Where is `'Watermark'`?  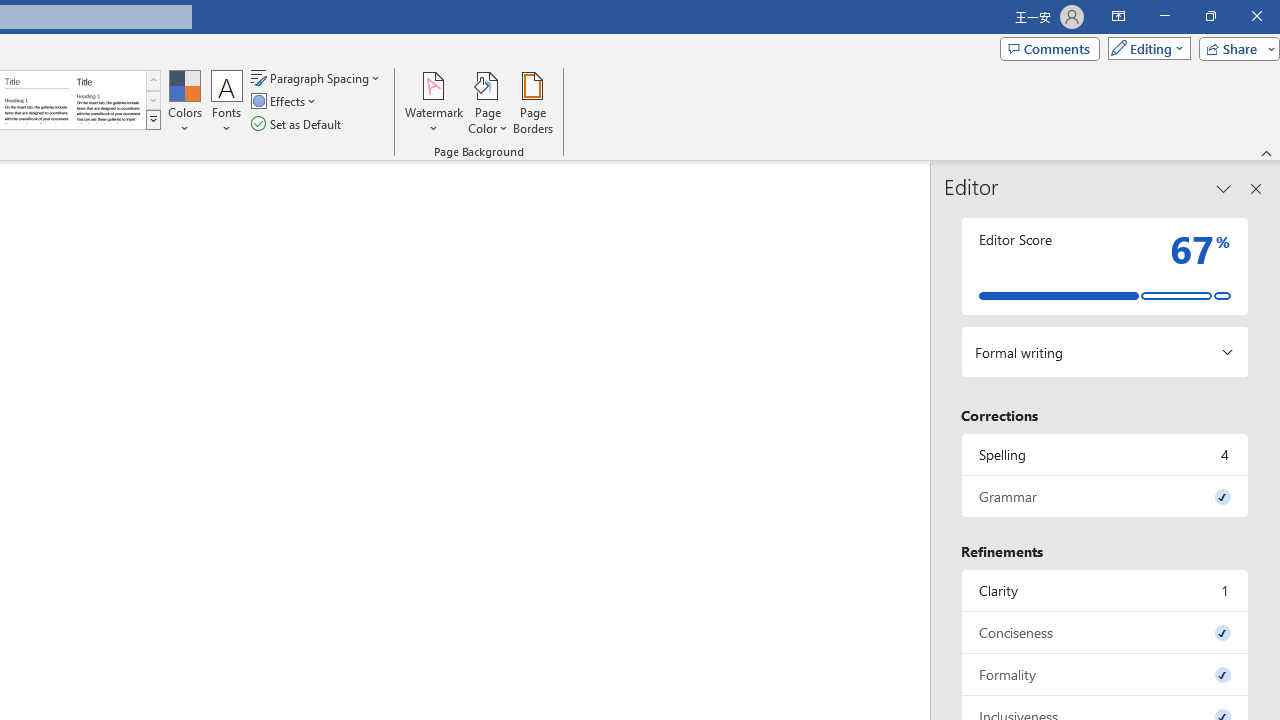
'Watermark' is located at coordinates (433, 103).